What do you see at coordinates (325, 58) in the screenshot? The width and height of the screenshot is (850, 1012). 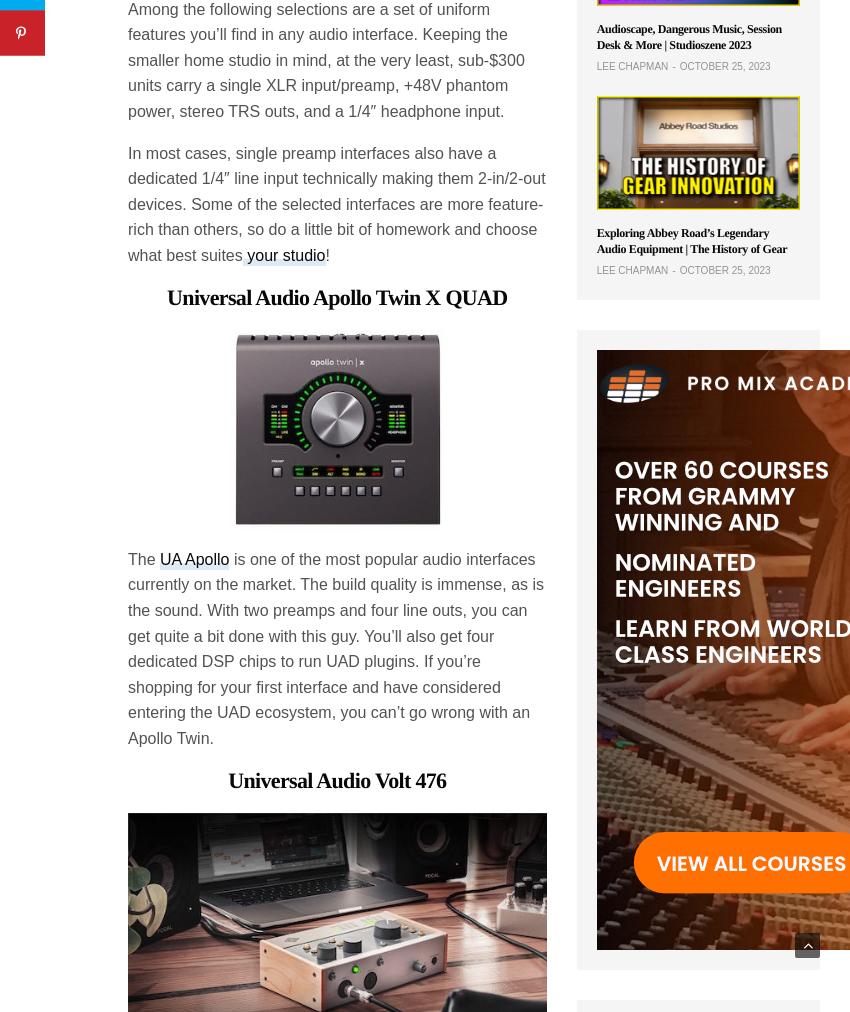 I see `'Among the following selections are a set of uniform features you’ll find in any audio interface. Keeping the smaller home studio in mind, at the very least, sub-$300 units carry a single XLR input/preamp, +48V phantom power, stereo TRS outs, and a 1/4″ headphone input.'` at bounding box center [325, 58].